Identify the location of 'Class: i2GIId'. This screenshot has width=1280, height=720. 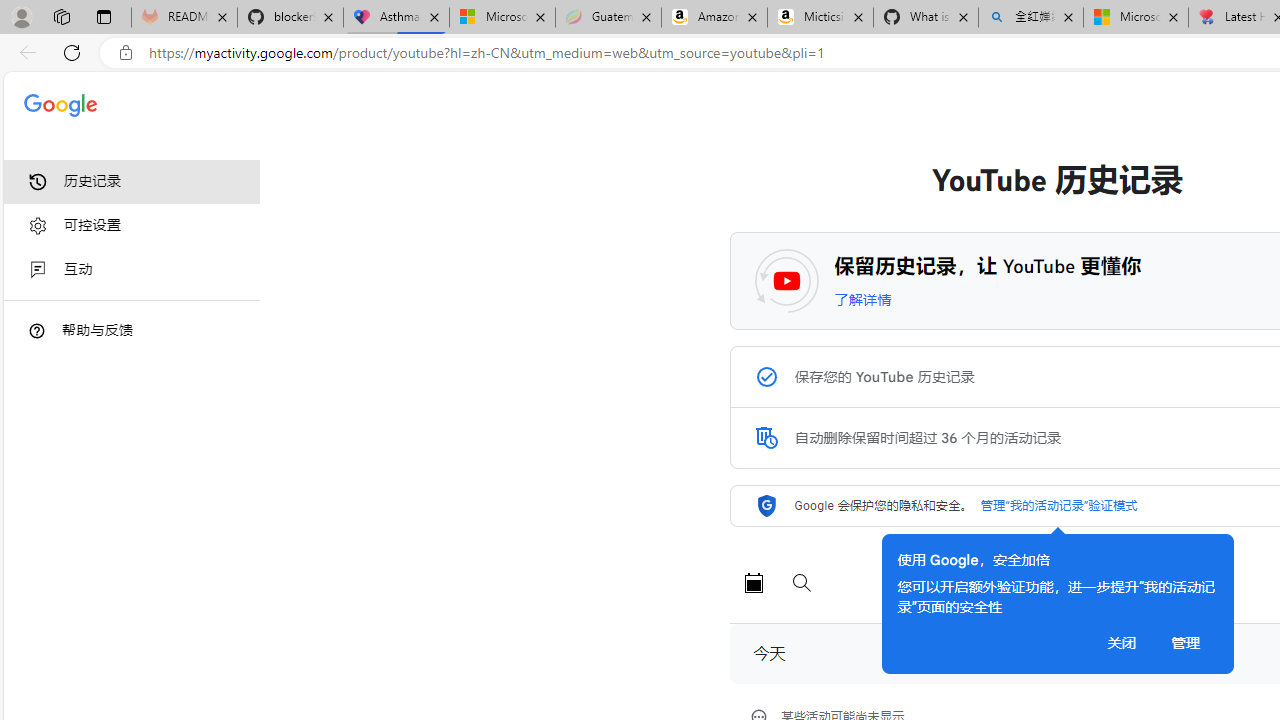
(38, 270).